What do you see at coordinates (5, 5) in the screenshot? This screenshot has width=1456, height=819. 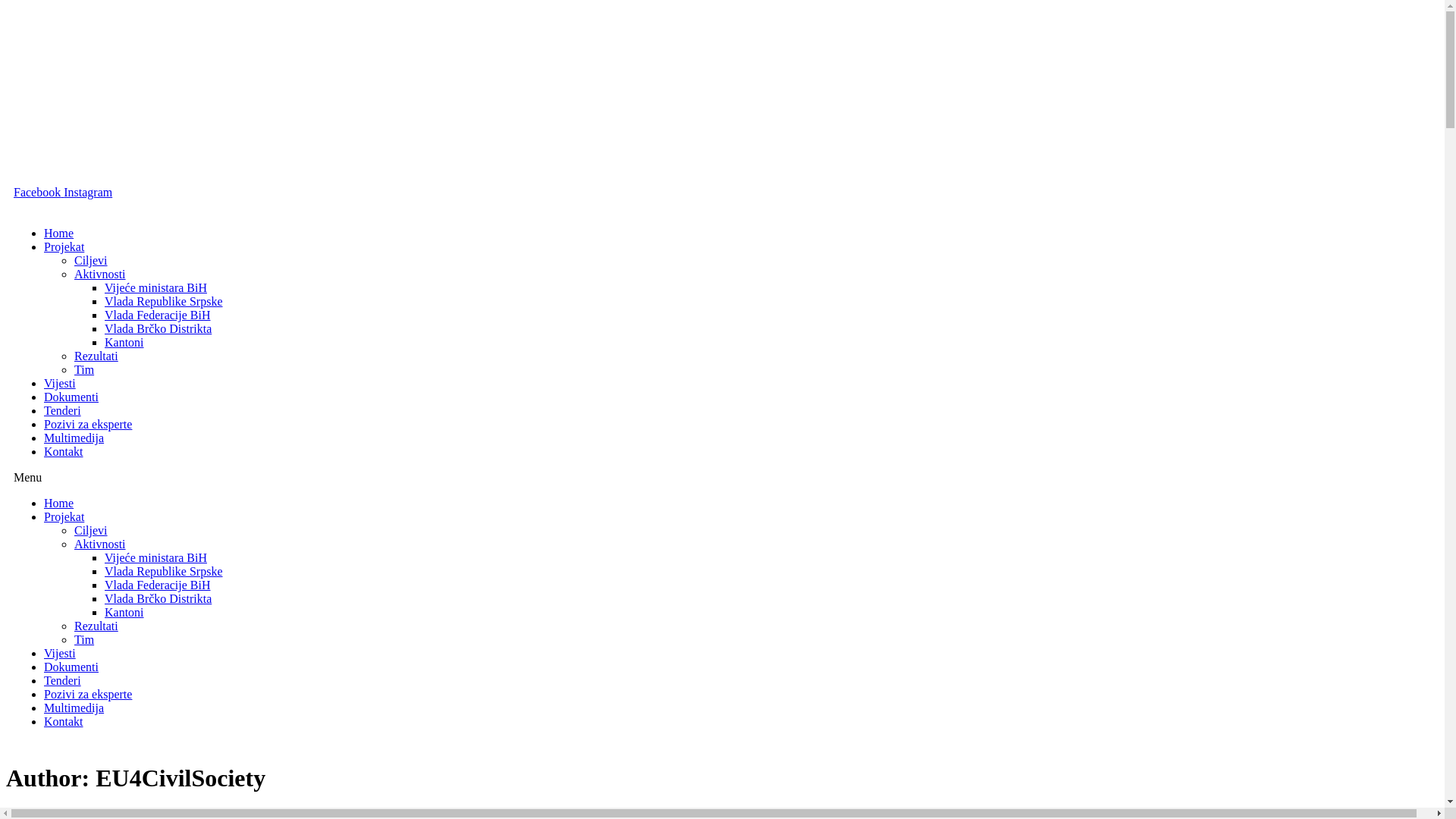 I see `'Skip to content'` at bounding box center [5, 5].